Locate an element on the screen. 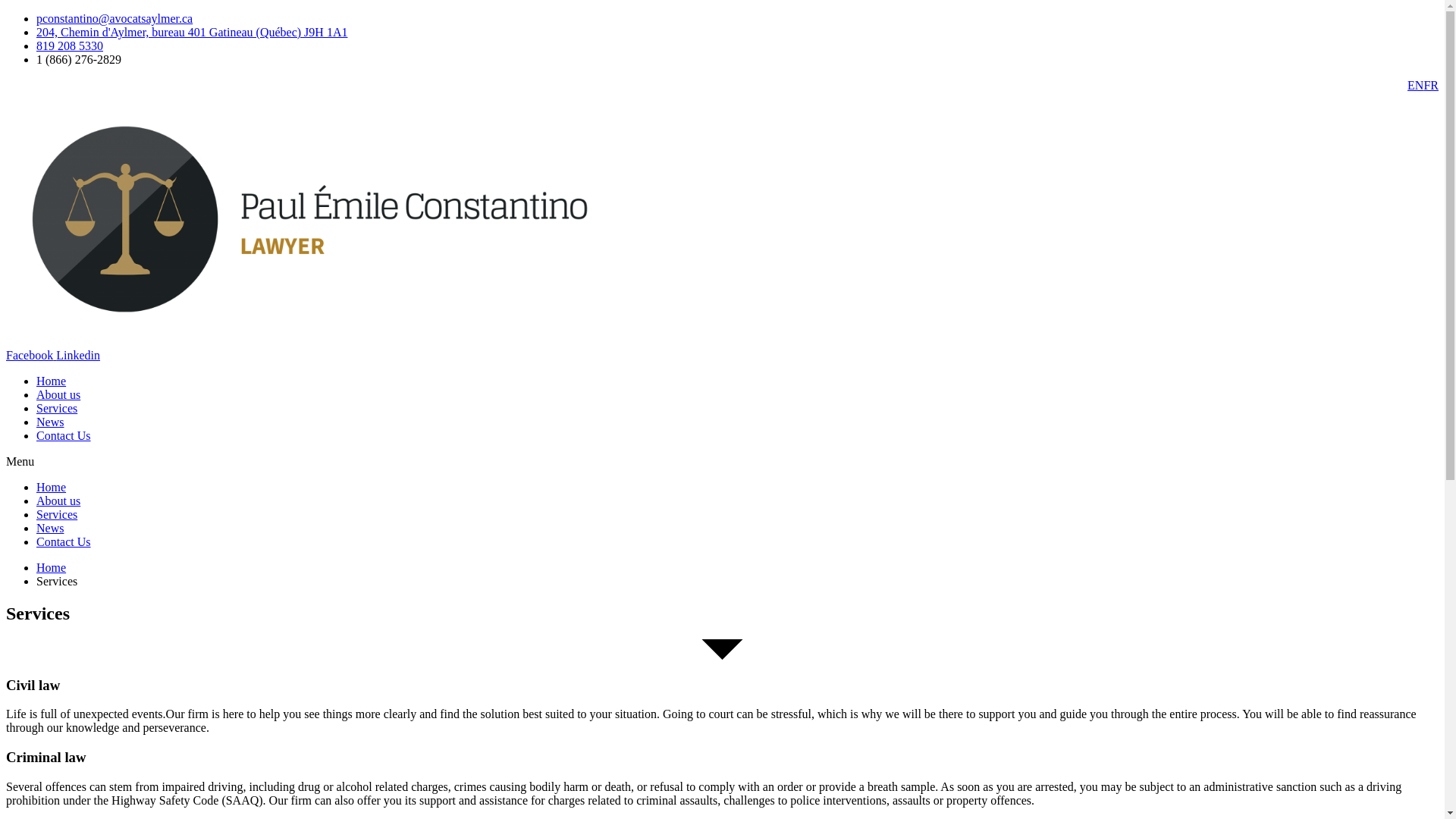 The width and height of the screenshot is (1456, 819). 'Home' is located at coordinates (36, 380).